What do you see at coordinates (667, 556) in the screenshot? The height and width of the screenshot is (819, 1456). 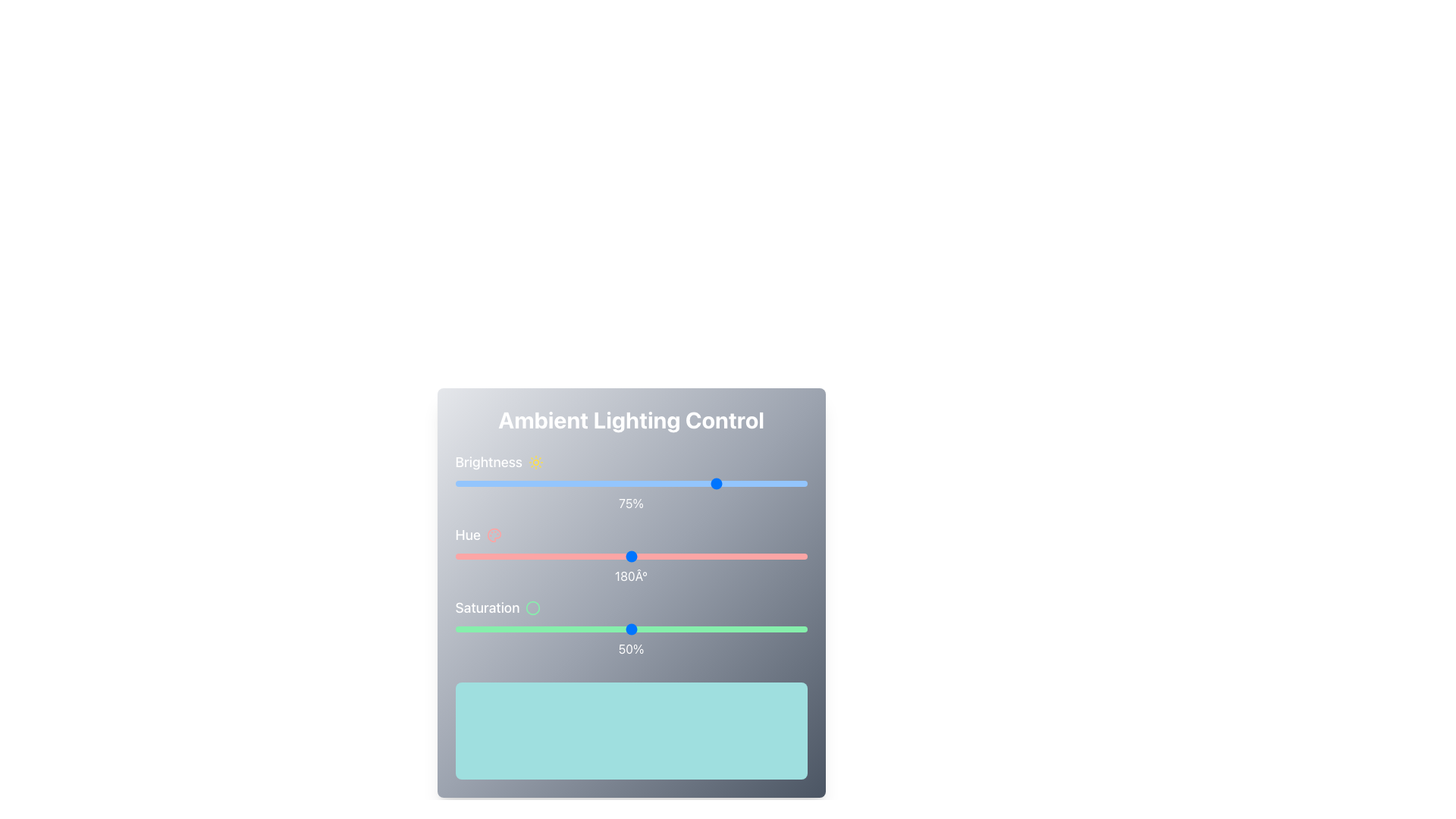 I see `the hue value` at bounding box center [667, 556].